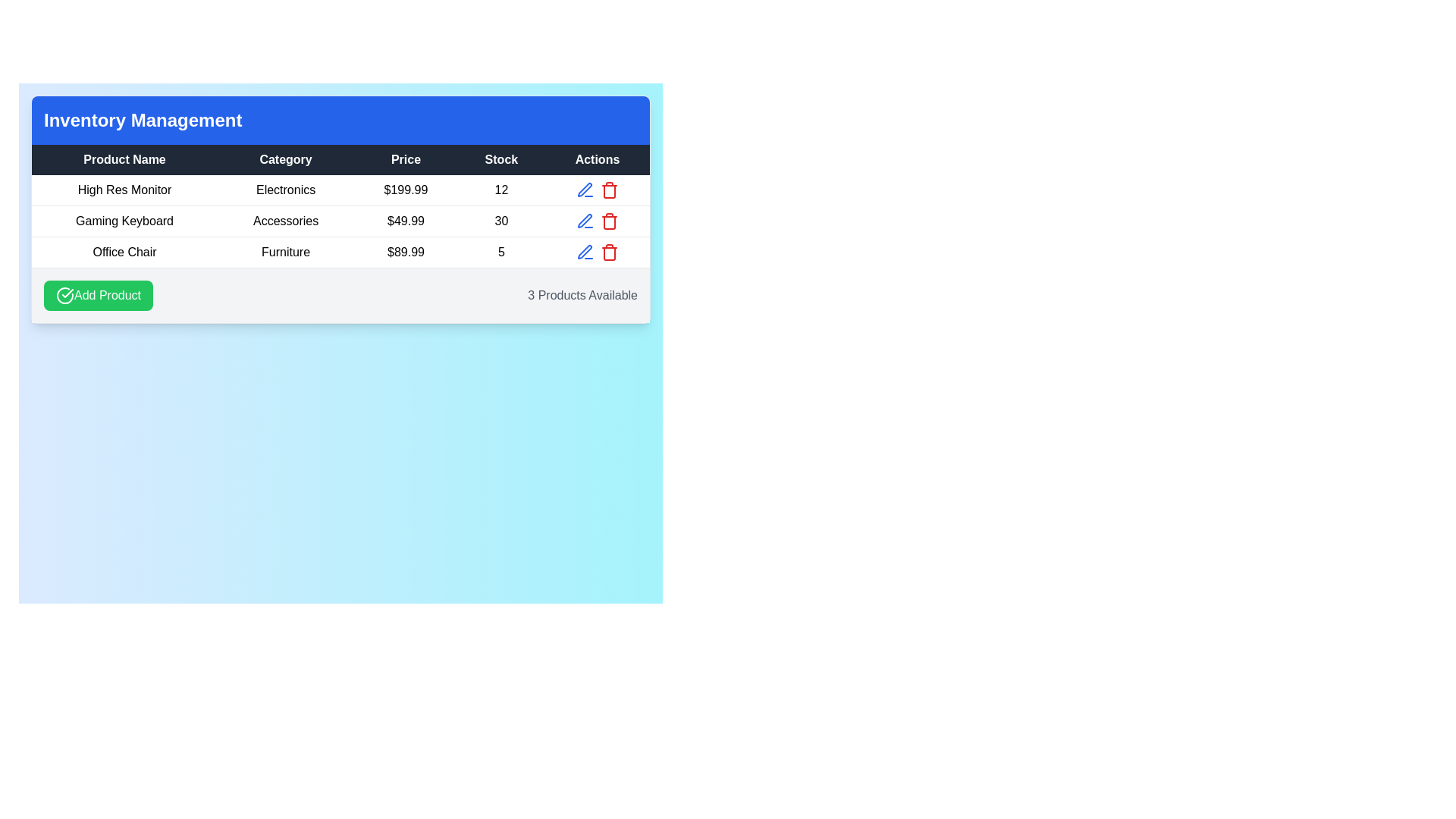  What do you see at coordinates (609, 189) in the screenshot?
I see `the delete Icon button located in the 'Actions' column of the first row of the table` at bounding box center [609, 189].